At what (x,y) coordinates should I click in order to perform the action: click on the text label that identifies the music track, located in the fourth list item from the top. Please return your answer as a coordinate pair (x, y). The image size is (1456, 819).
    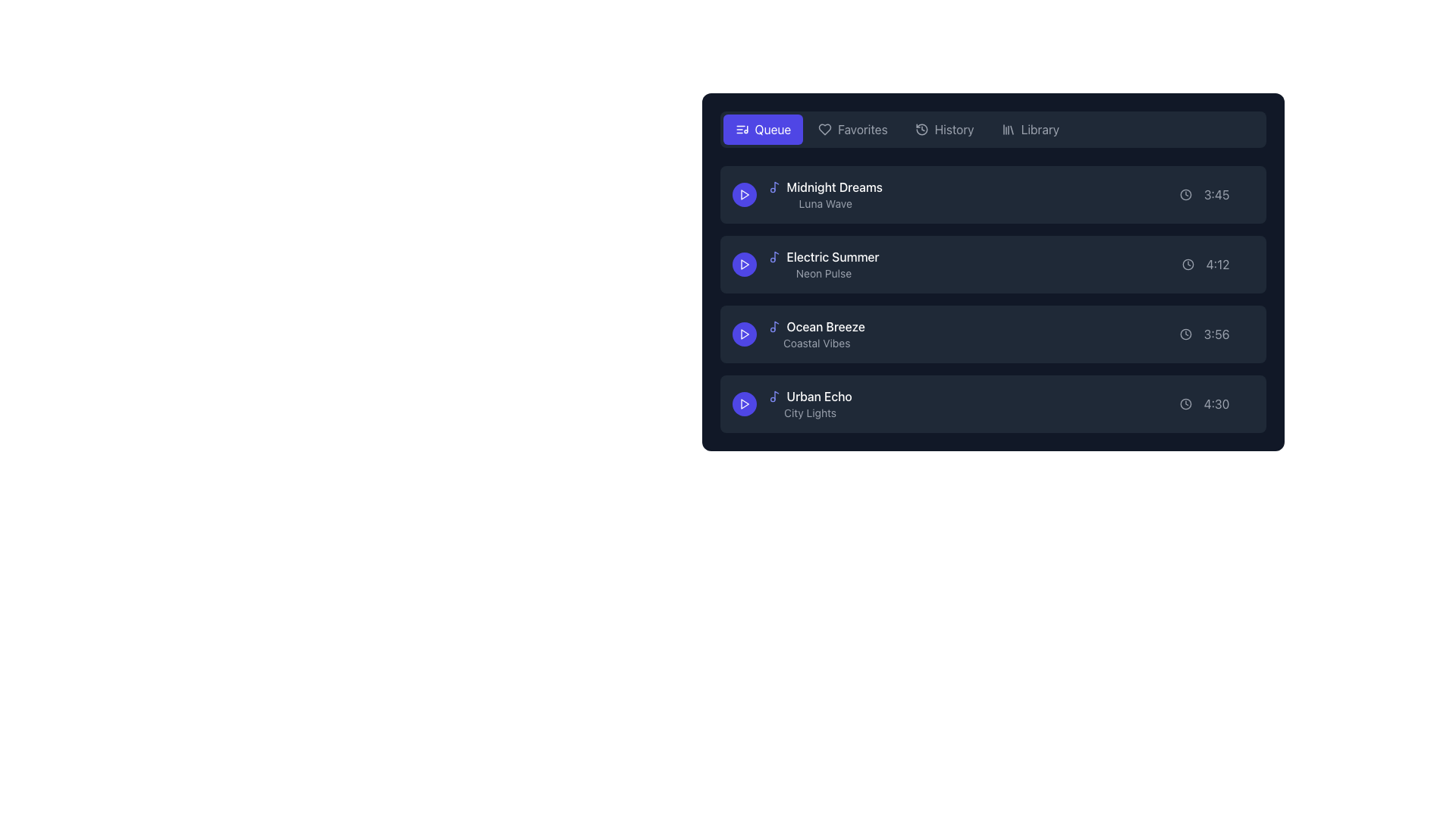
    Looking at the image, I should click on (809, 396).